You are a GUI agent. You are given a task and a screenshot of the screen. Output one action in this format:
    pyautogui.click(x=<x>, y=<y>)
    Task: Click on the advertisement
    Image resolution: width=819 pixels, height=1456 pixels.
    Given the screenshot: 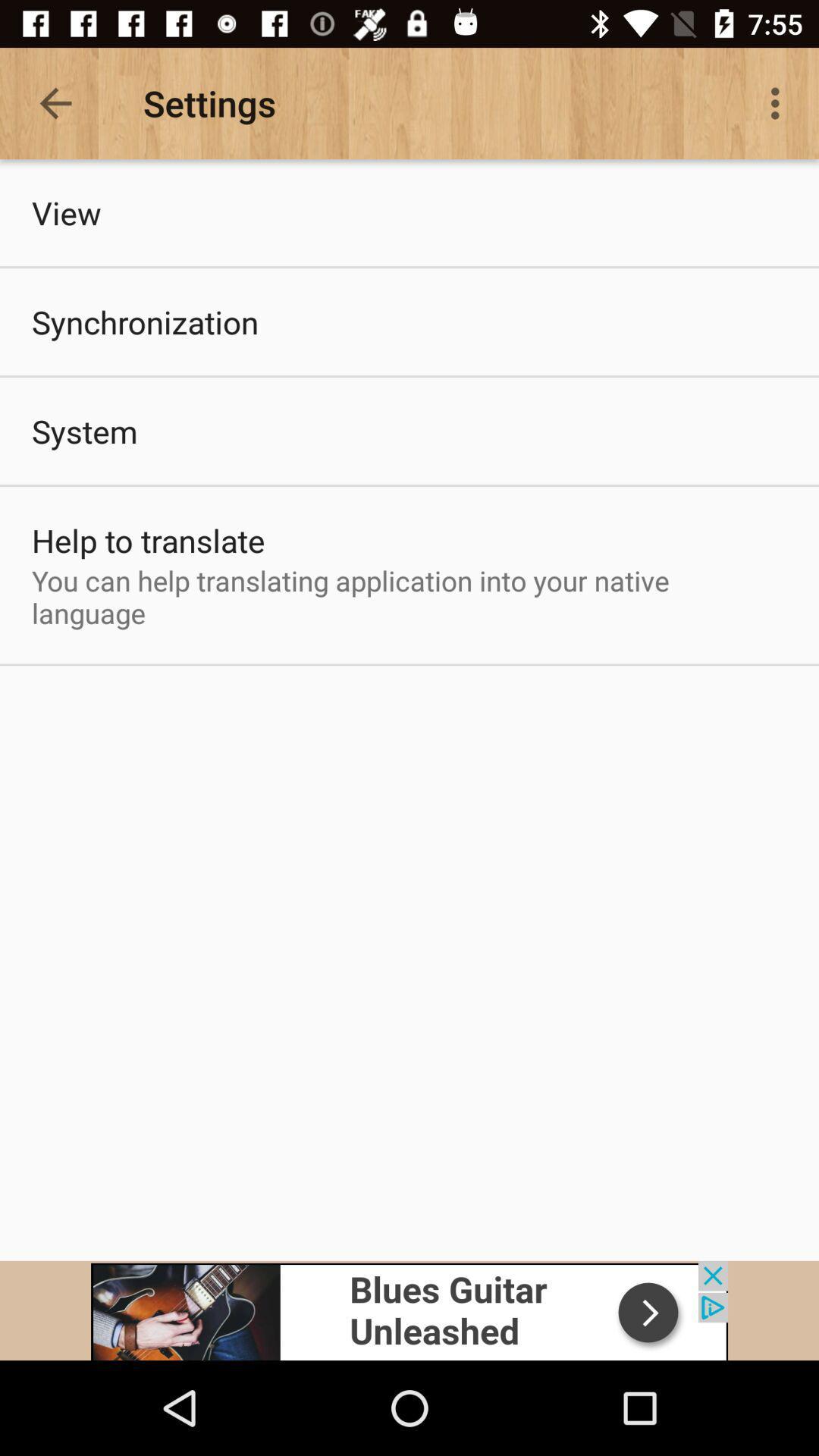 What is the action you would take?
    pyautogui.click(x=409, y=1310)
    